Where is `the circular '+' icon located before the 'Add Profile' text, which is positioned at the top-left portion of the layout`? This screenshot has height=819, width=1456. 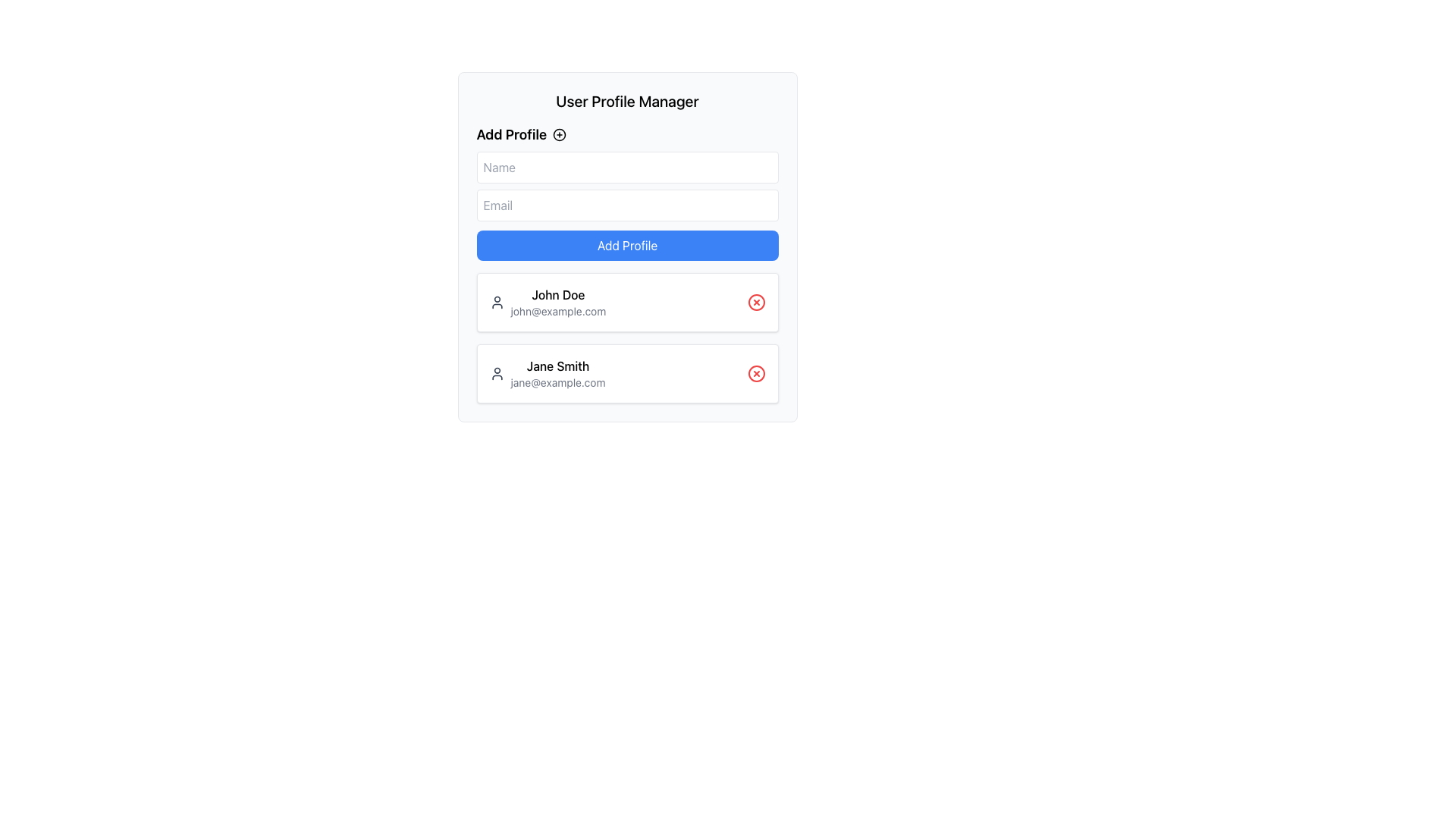
the circular '+' icon located before the 'Add Profile' text, which is positioned at the top-left portion of the layout is located at coordinates (559, 133).